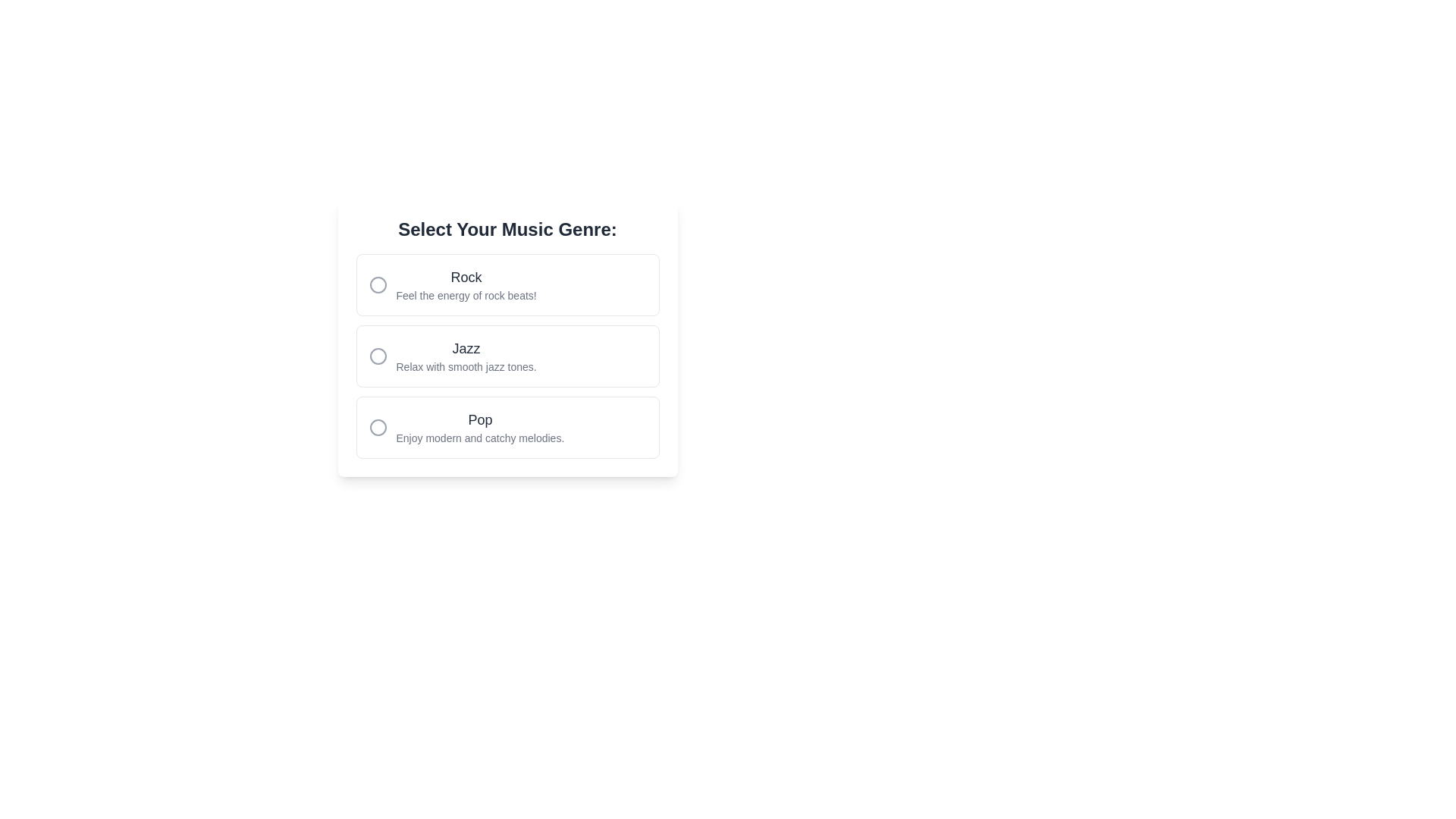  I want to click on the circular radio button indicator located, so click(378, 284).